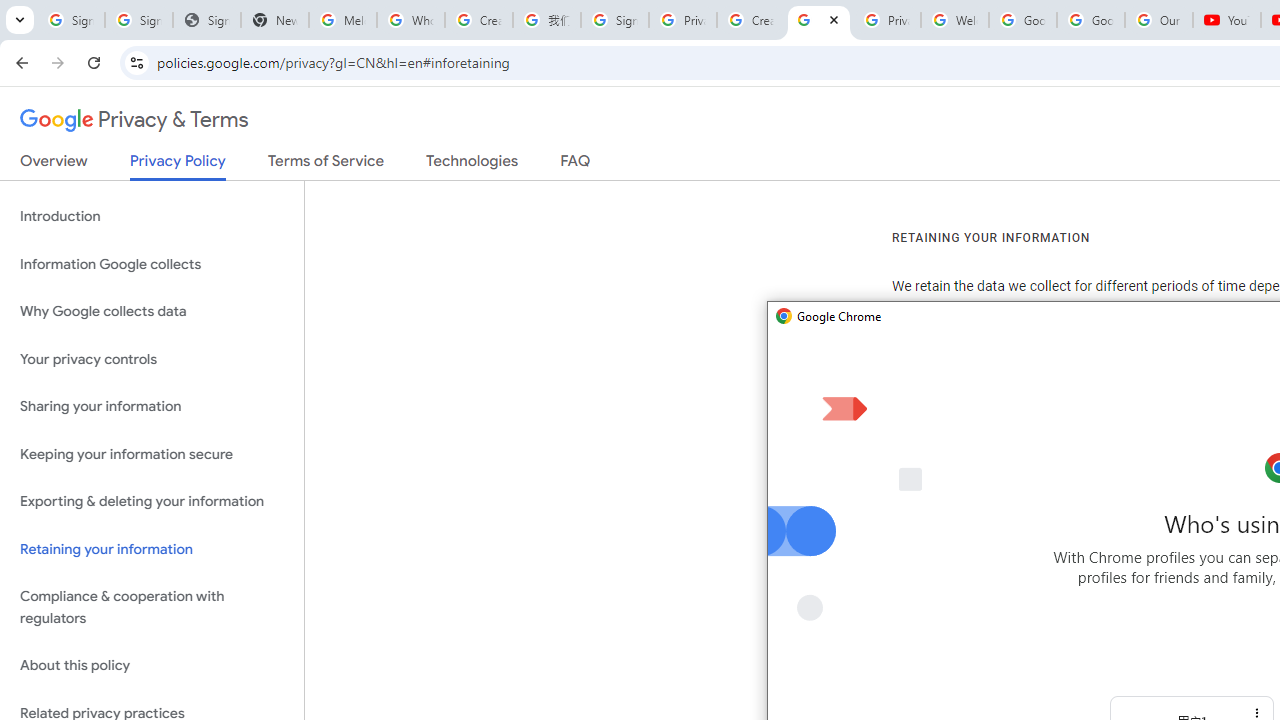 Image resolution: width=1280 pixels, height=720 pixels. Describe the element at coordinates (273, 20) in the screenshot. I see `'New Tab'` at that location.